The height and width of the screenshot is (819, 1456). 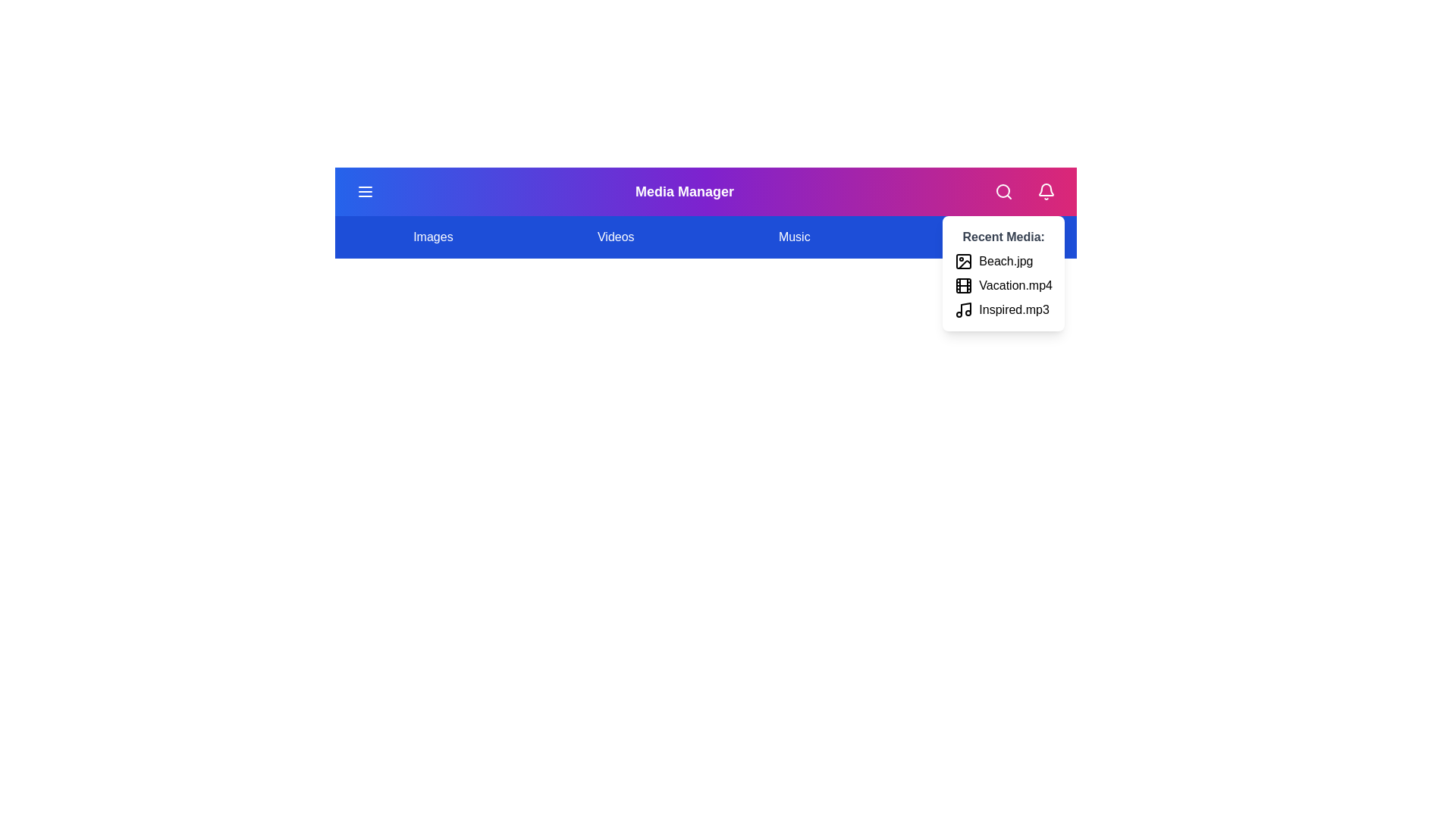 I want to click on the media item Inspired.mp3 from the recent media list, so click(x=963, y=309).